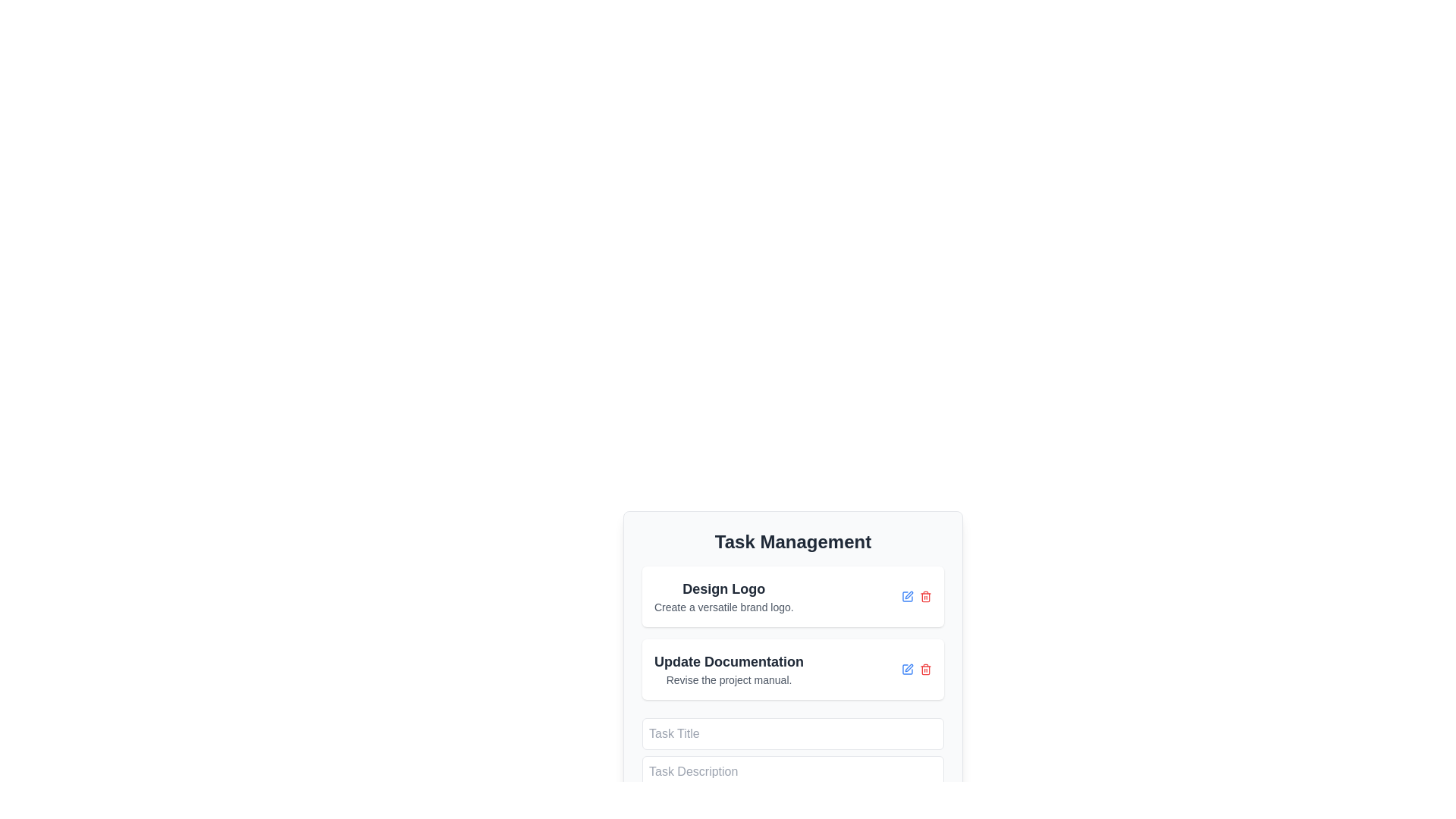  I want to click on the red trash icon located at the bottom-right corner of the 'Update Documentation' task section, so click(916, 669).